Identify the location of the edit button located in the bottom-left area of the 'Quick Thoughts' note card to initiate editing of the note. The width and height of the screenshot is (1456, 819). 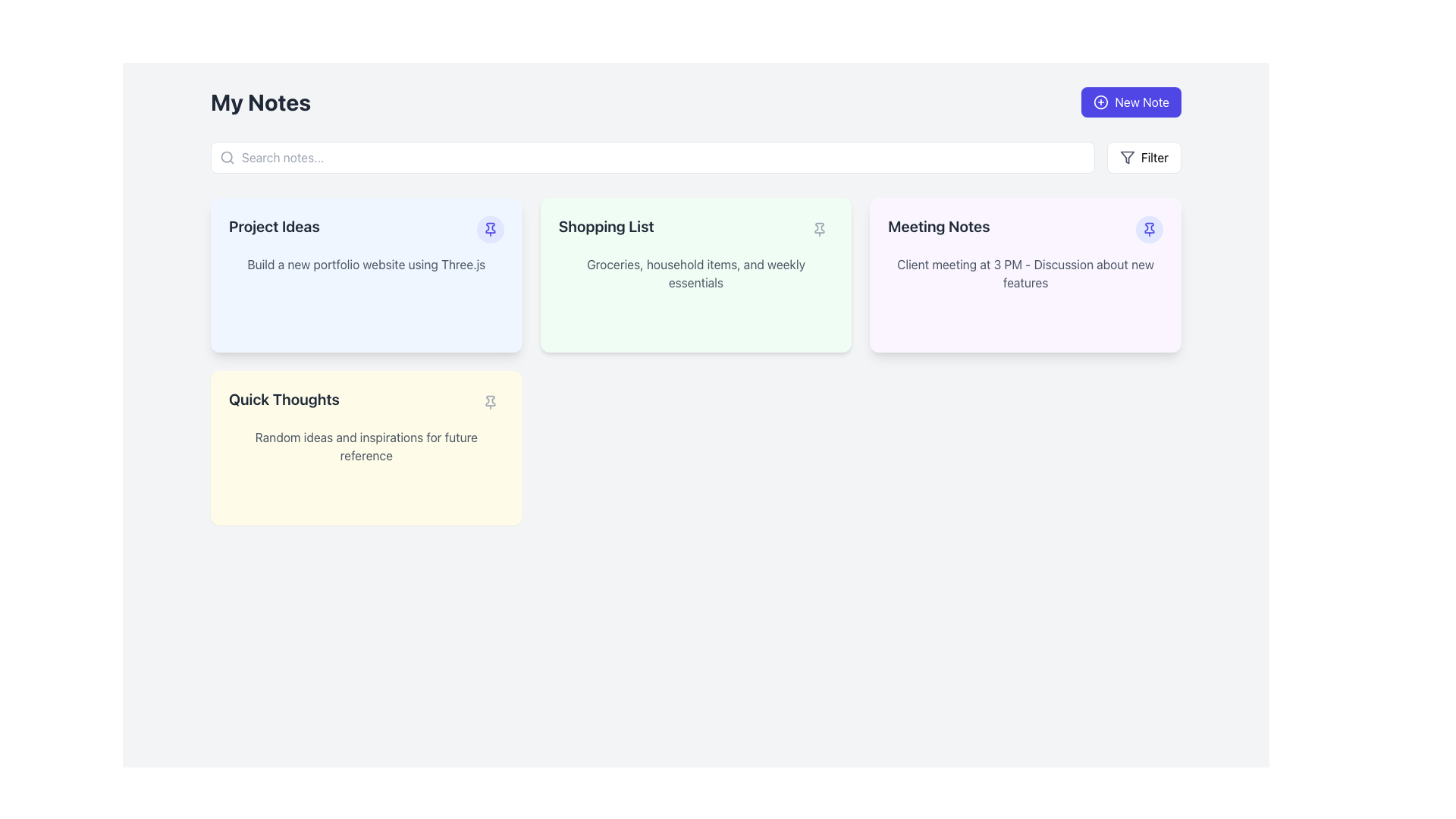
(460, 494).